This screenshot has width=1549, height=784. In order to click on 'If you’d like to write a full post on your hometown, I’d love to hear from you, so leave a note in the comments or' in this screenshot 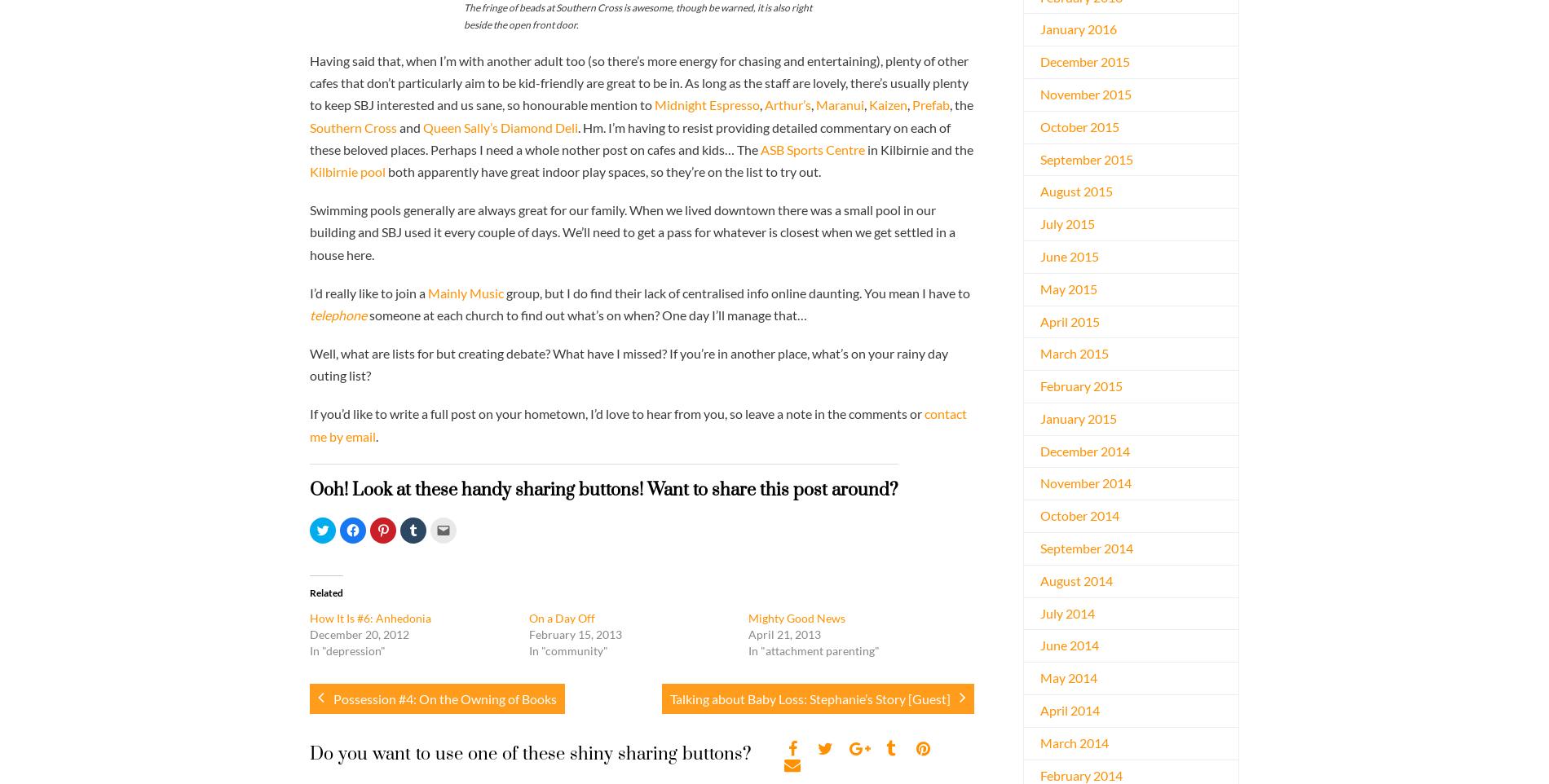, I will do `click(309, 412)`.